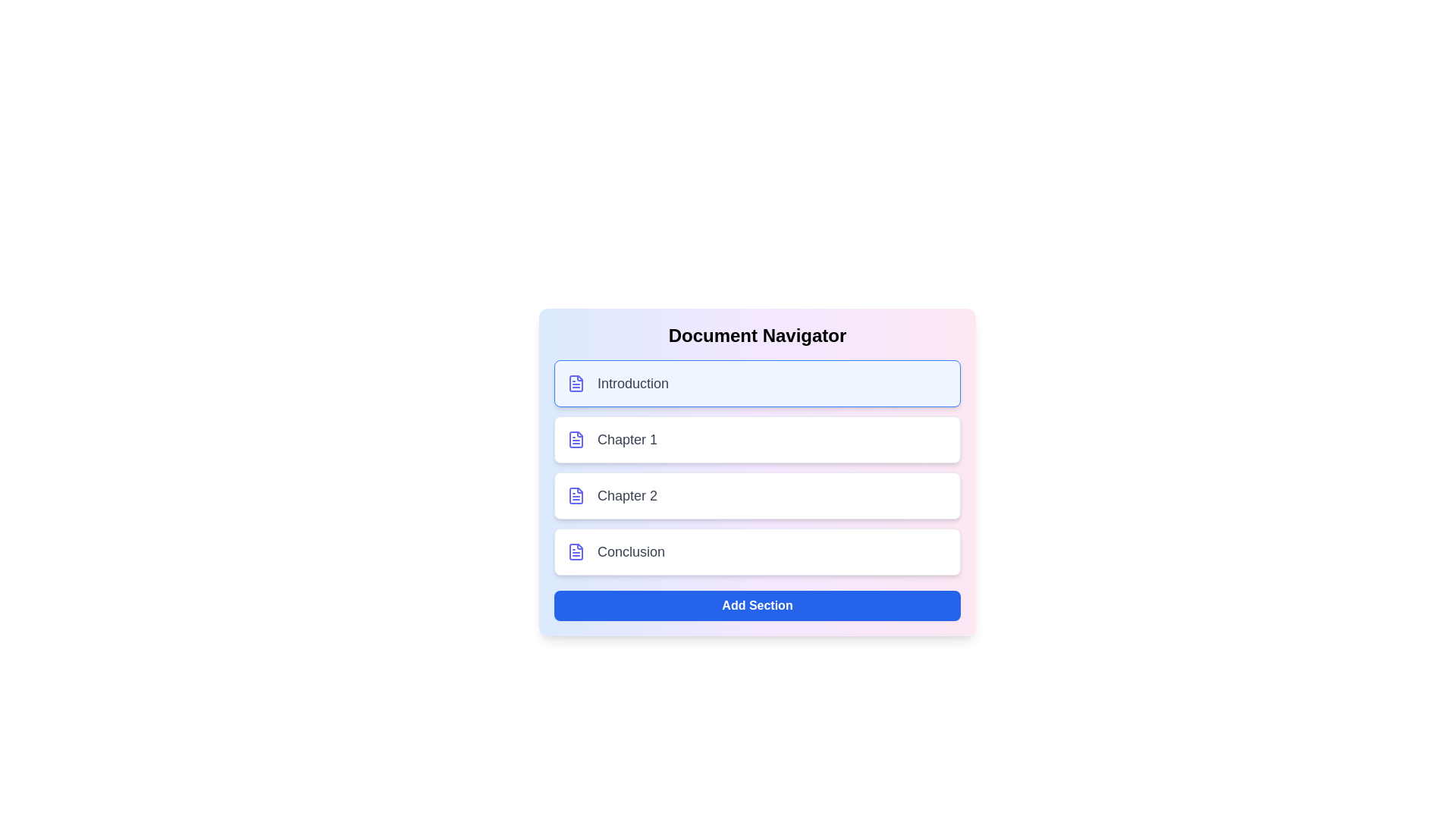  Describe the element at coordinates (757, 496) in the screenshot. I see `the section corresponding to Chapter 2 by clicking on its list item` at that location.